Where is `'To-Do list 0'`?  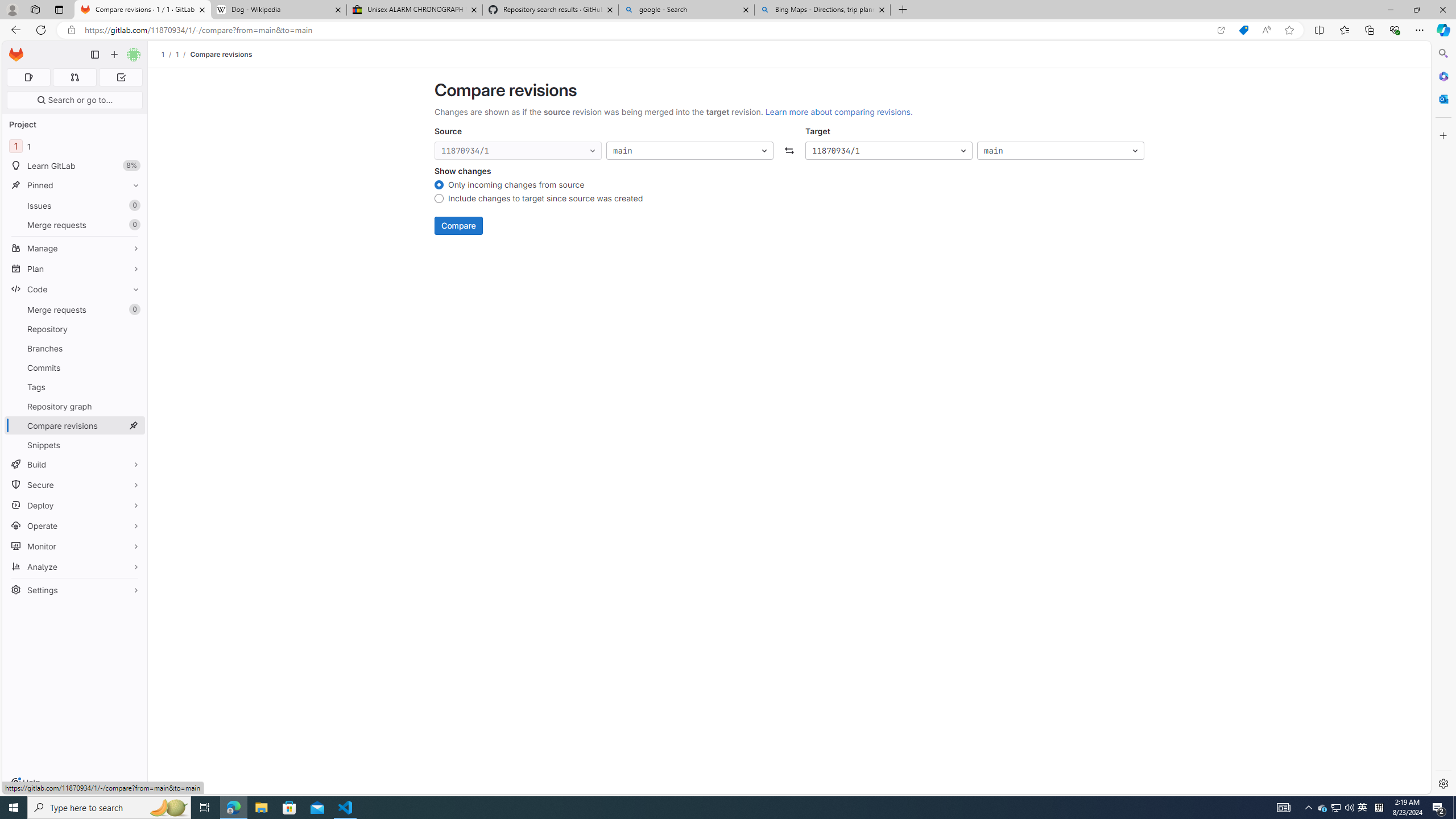
'To-Do list 0' is located at coordinates (120, 77).